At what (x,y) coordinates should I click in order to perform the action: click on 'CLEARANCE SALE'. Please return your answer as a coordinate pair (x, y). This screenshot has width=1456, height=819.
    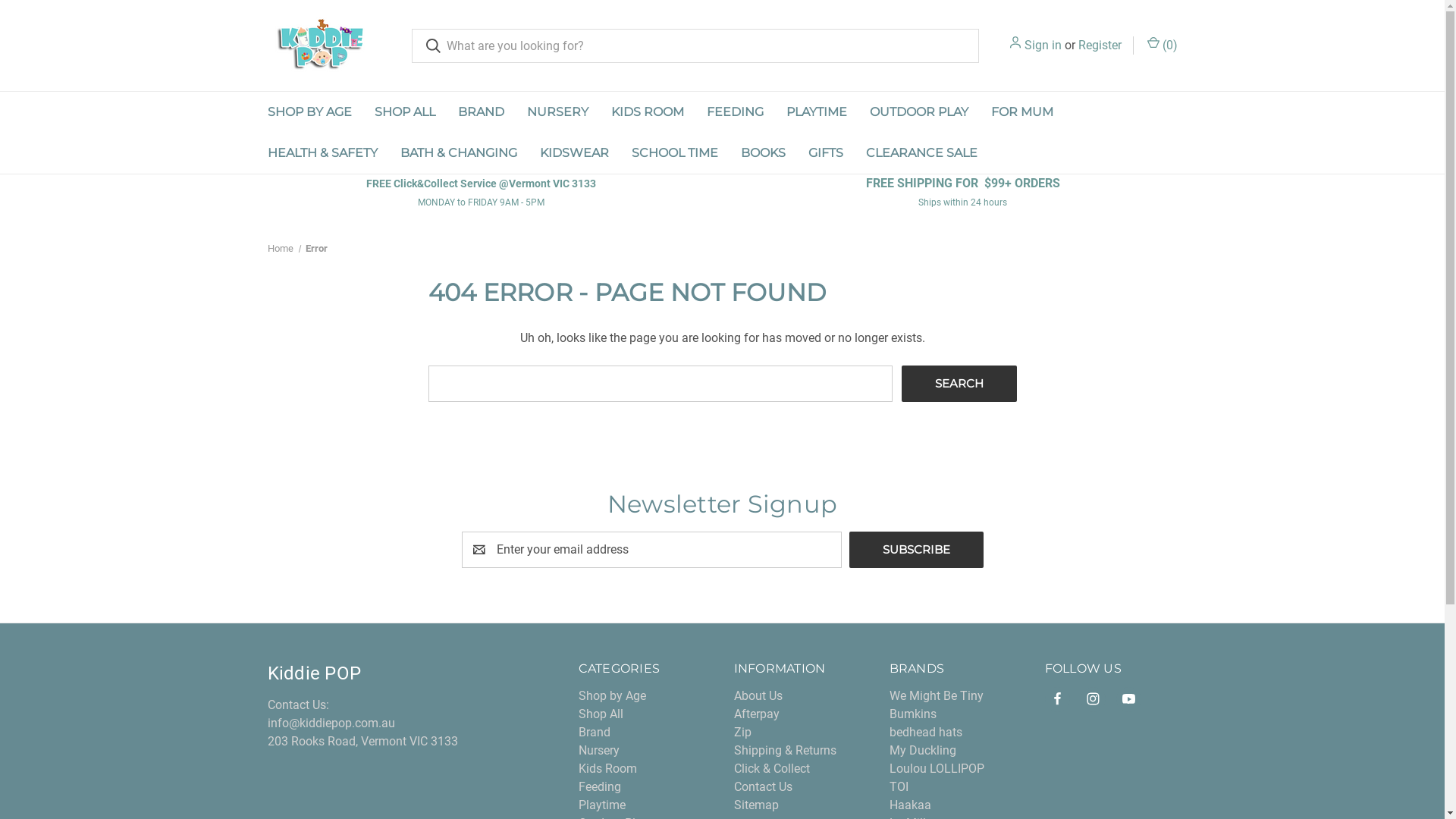
    Looking at the image, I should click on (920, 152).